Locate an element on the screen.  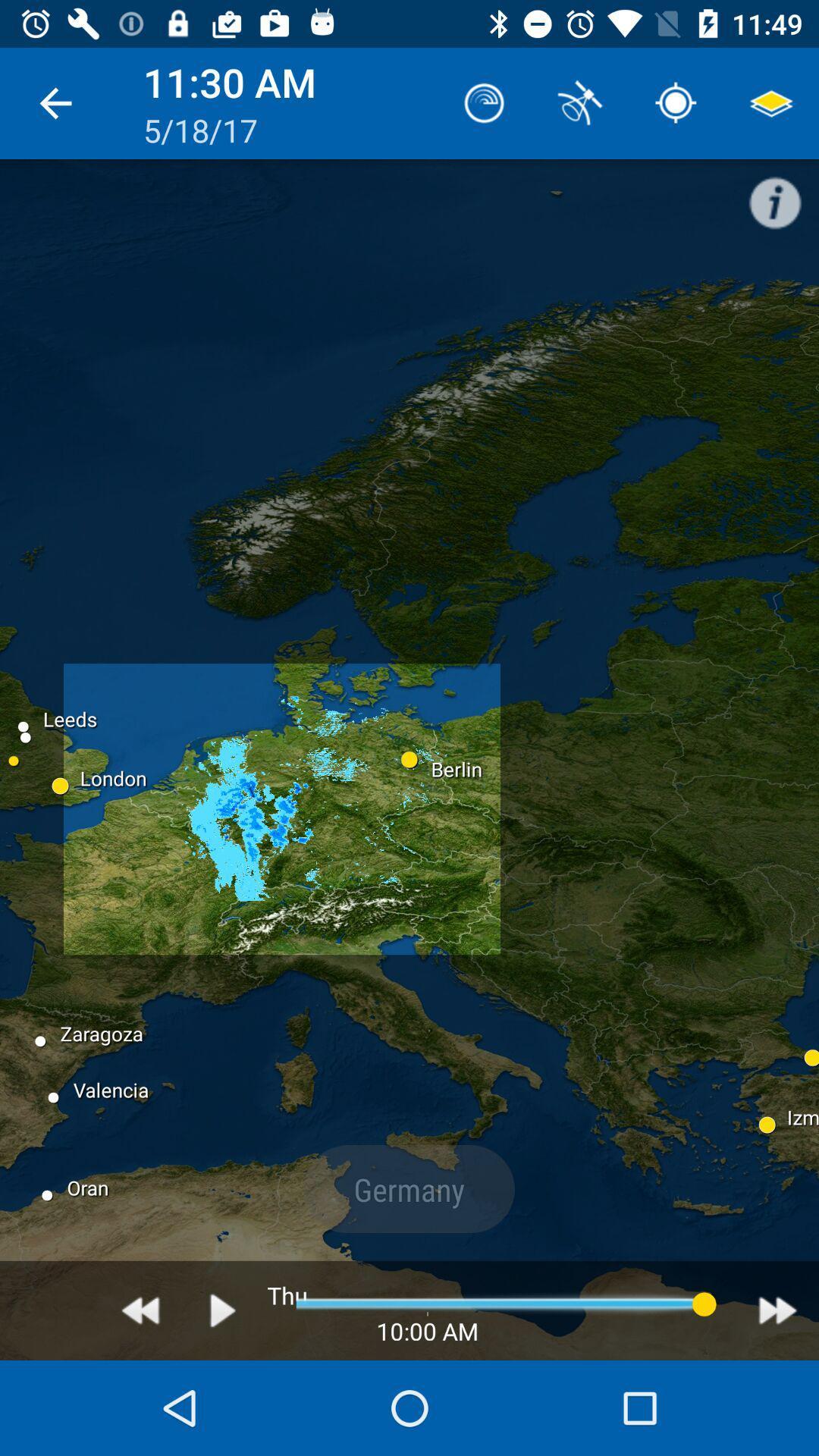
interactive map is located at coordinates (223, 1310).